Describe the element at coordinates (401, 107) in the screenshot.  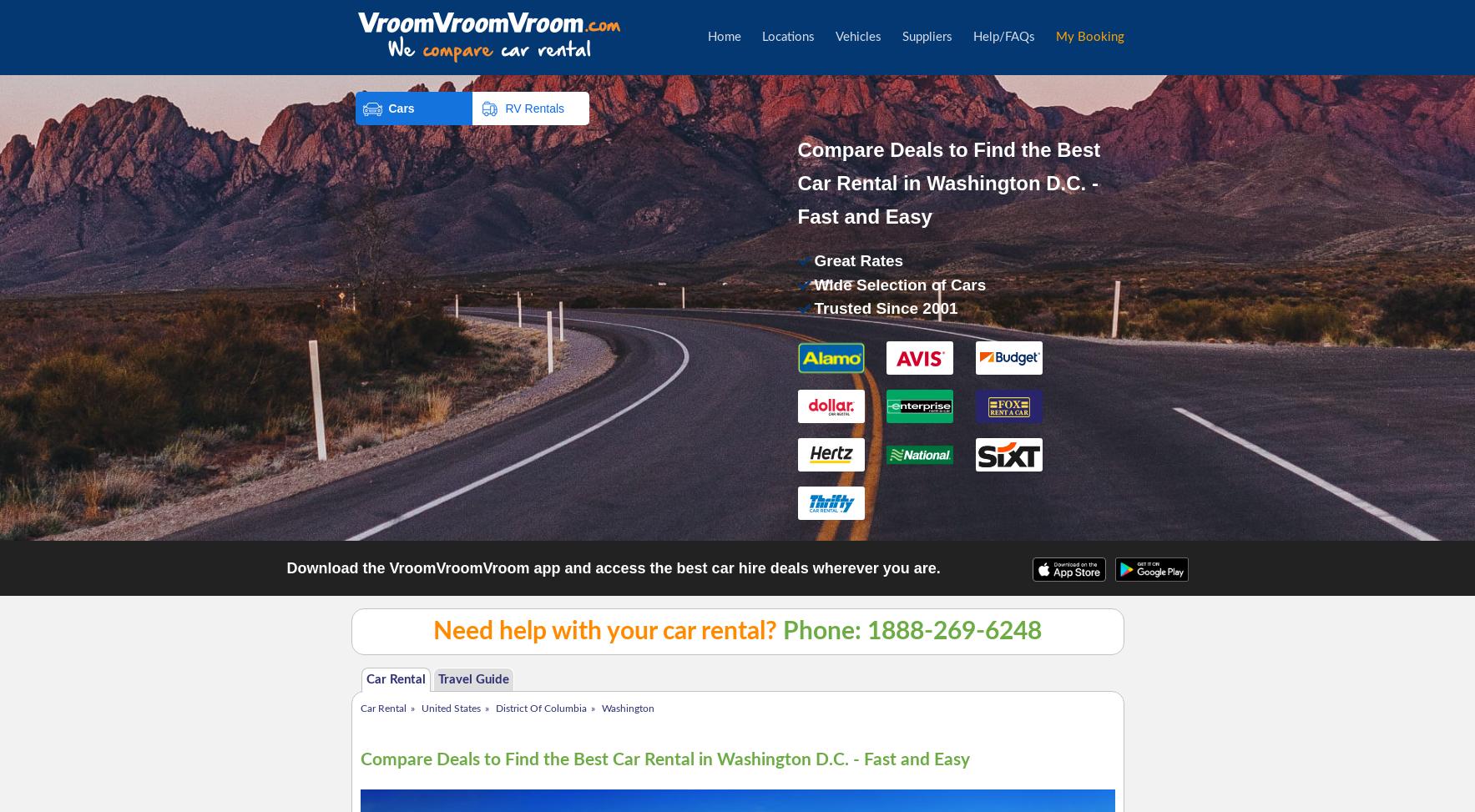
I see `'Cars'` at that location.